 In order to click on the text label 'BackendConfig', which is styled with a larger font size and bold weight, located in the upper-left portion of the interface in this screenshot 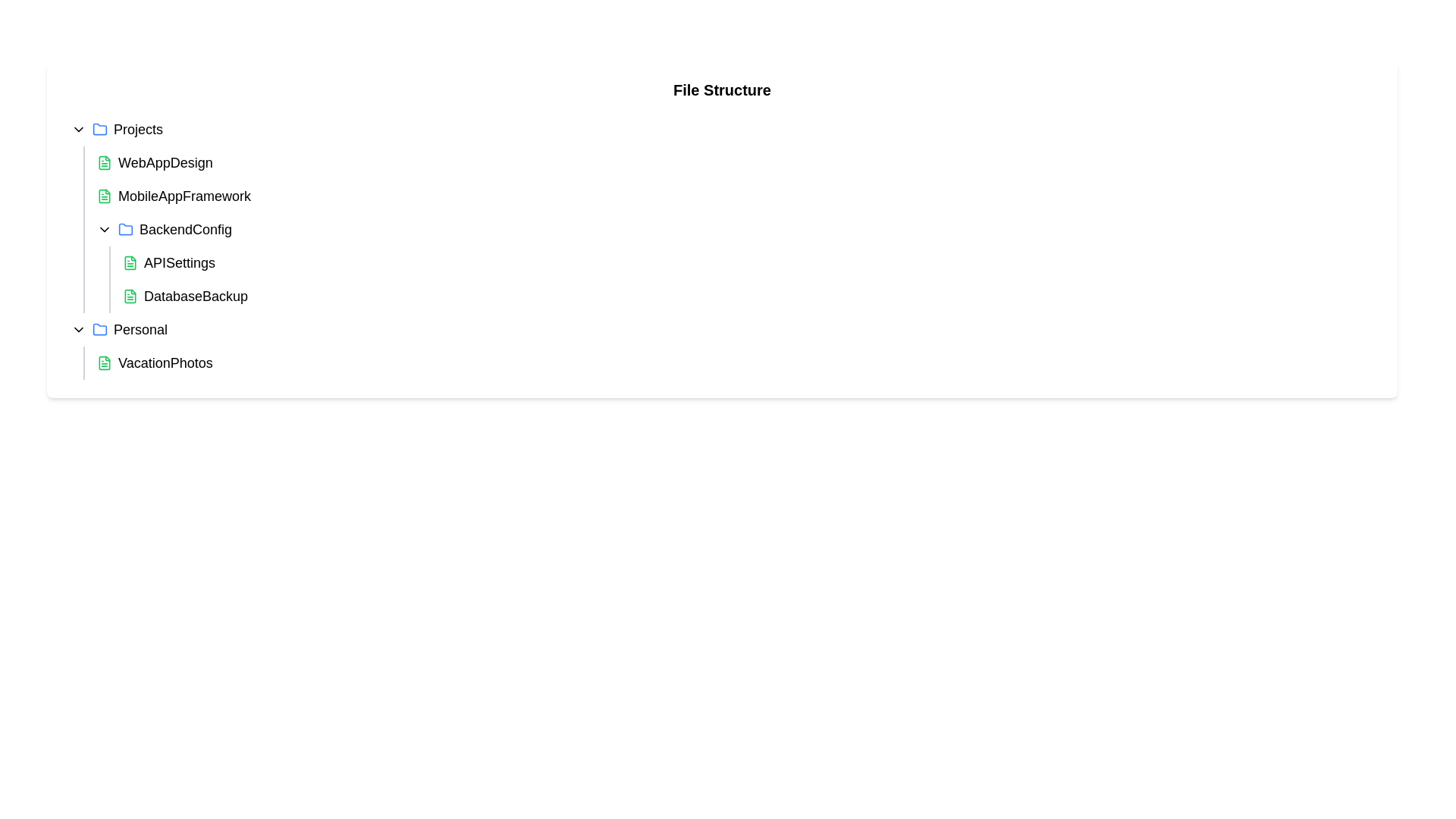, I will do `click(184, 230)`.